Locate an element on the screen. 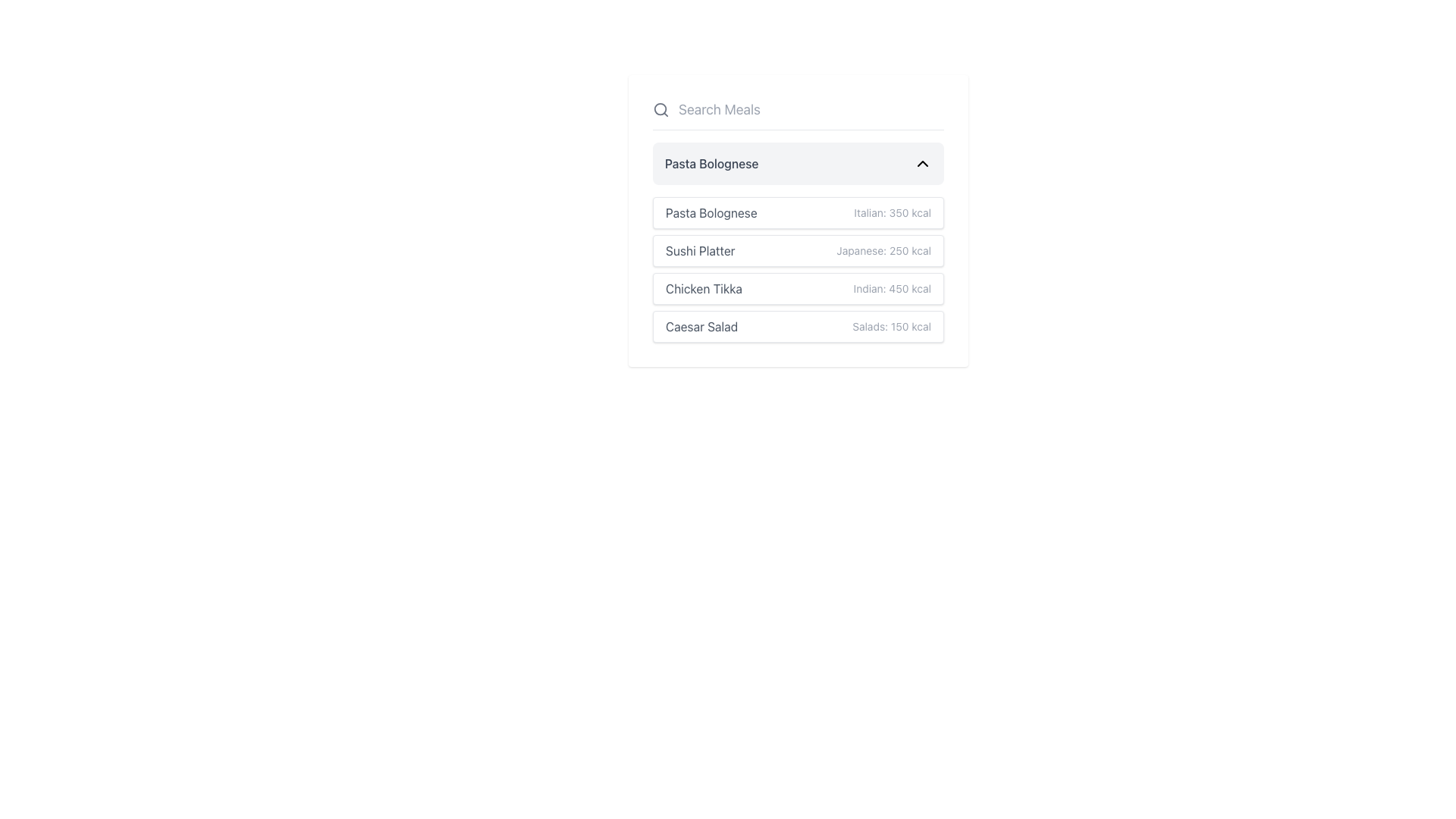 This screenshot has width=1456, height=819. the text label displaying 'Italian: 350 kcal', which is a supplementary information text aligned to the right side of the 'Pasta Bolognese' list item is located at coordinates (893, 213).